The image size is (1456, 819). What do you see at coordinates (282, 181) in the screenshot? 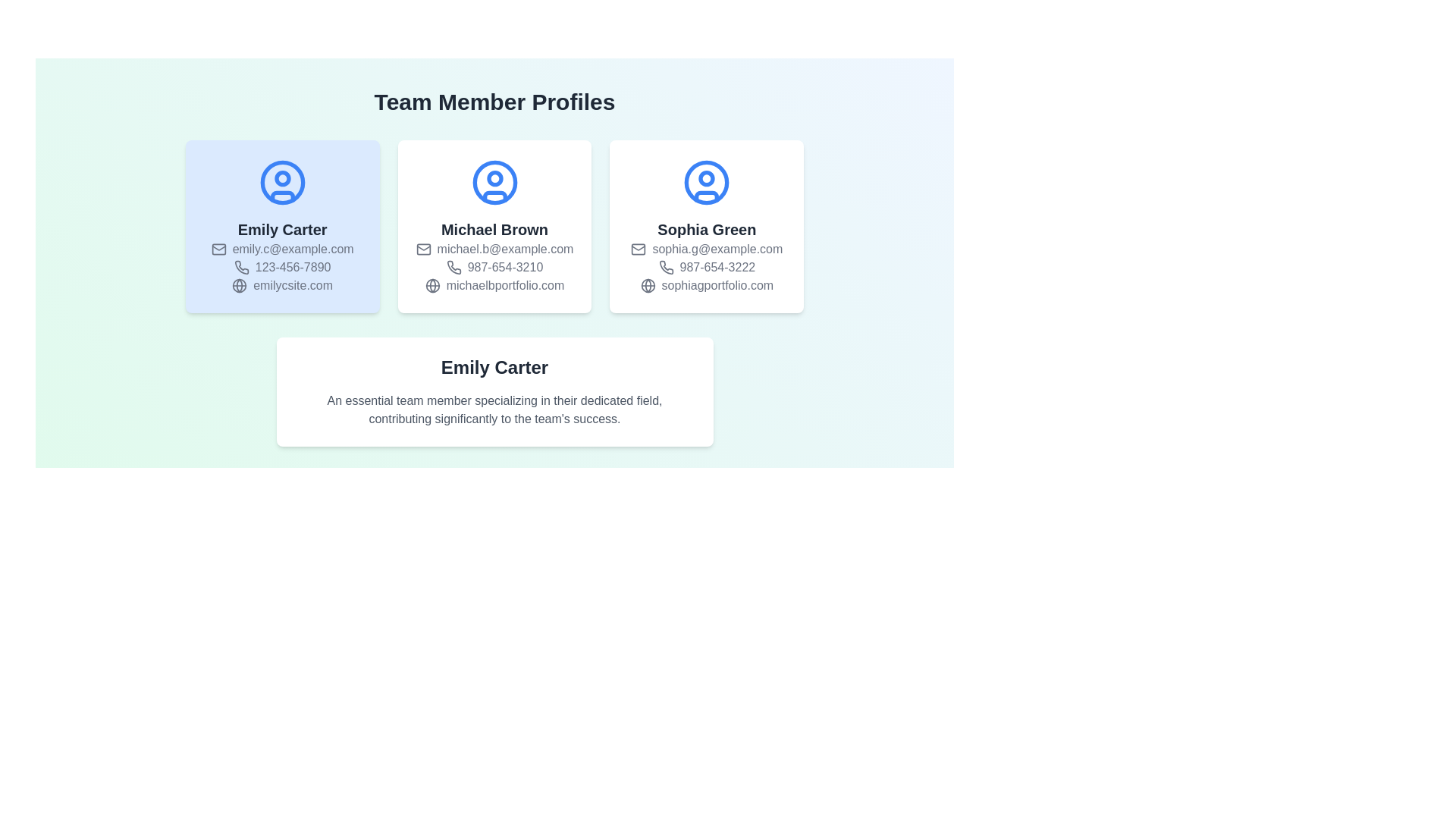
I see `the decorative user profile icon representing 'Emily Carter' in the Team Member Profiles section, positioned at the top-center of the card` at bounding box center [282, 181].